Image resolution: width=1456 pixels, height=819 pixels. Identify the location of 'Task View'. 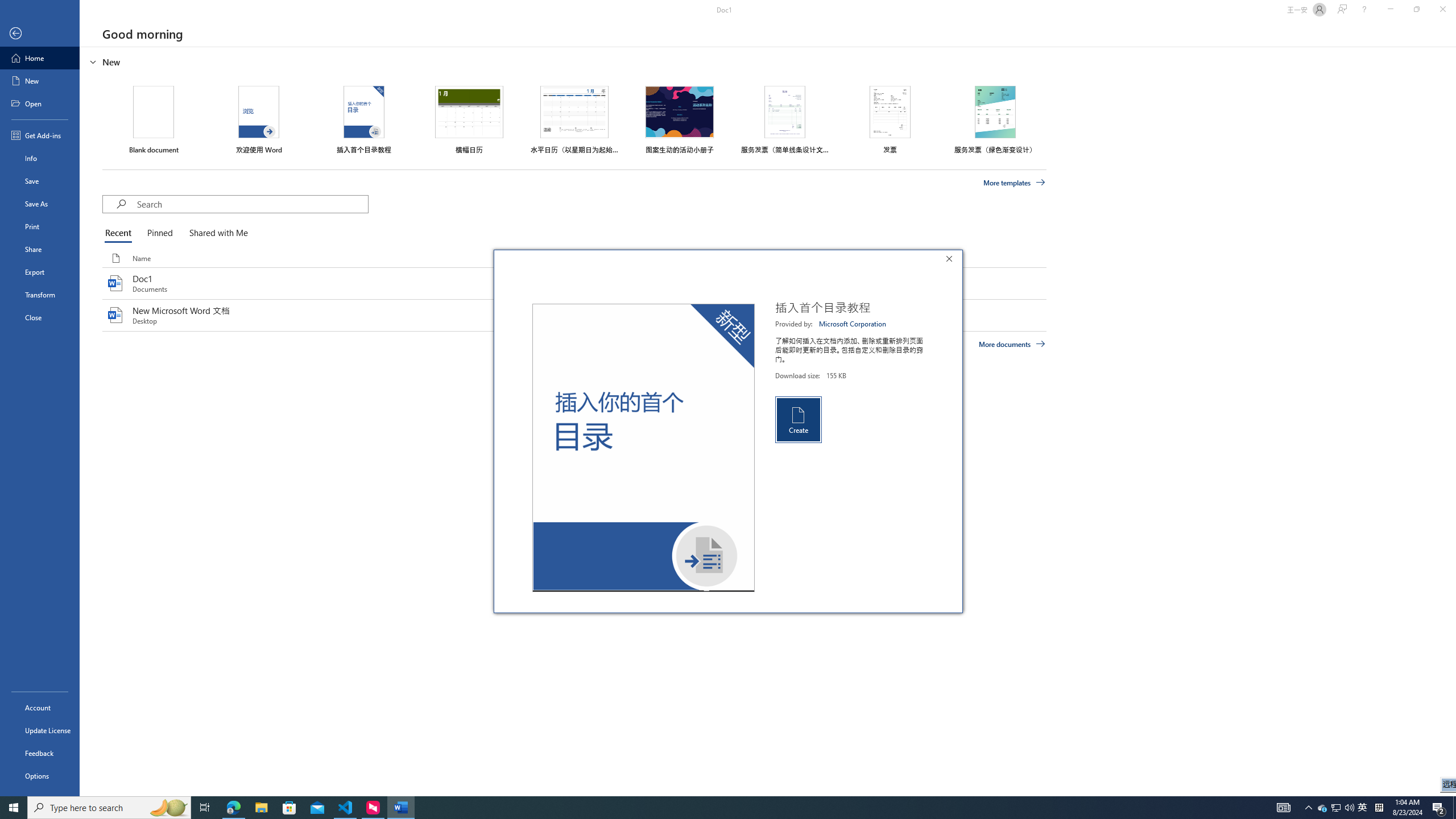
(204, 806).